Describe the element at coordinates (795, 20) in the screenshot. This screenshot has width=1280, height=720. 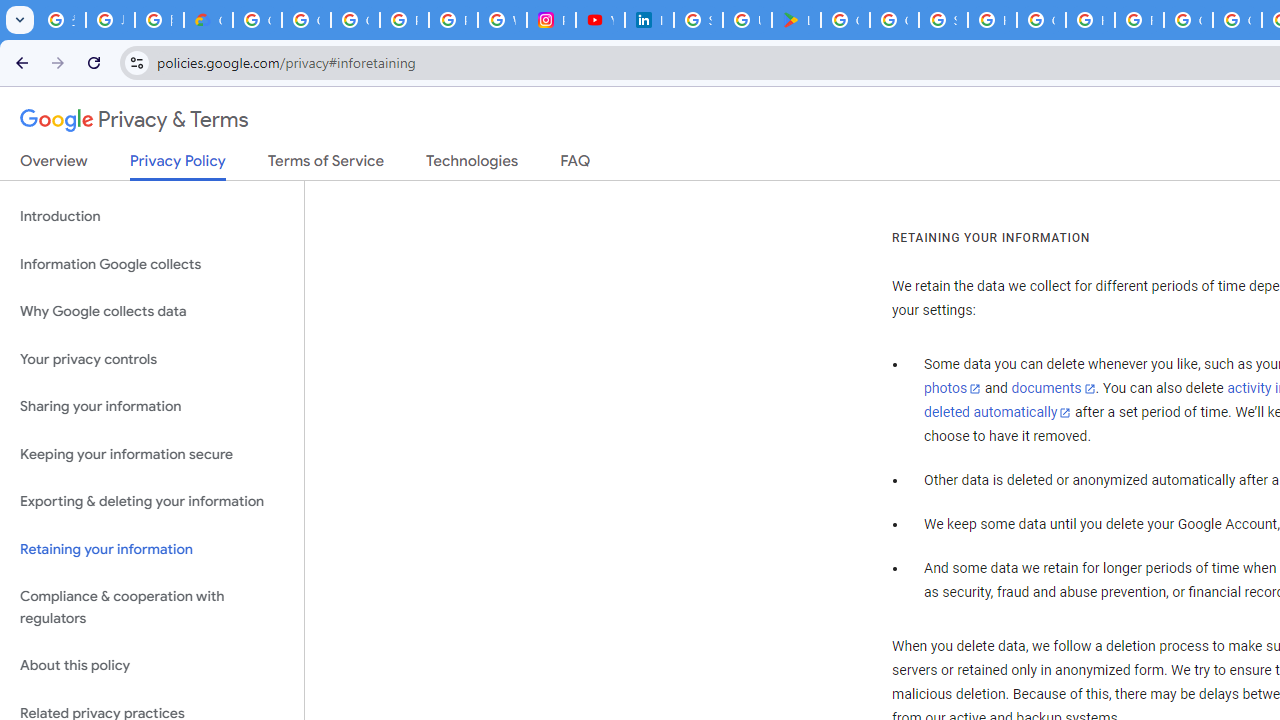
I see `'Last Shelter: Survival - Apps on Google Play'` at that location.